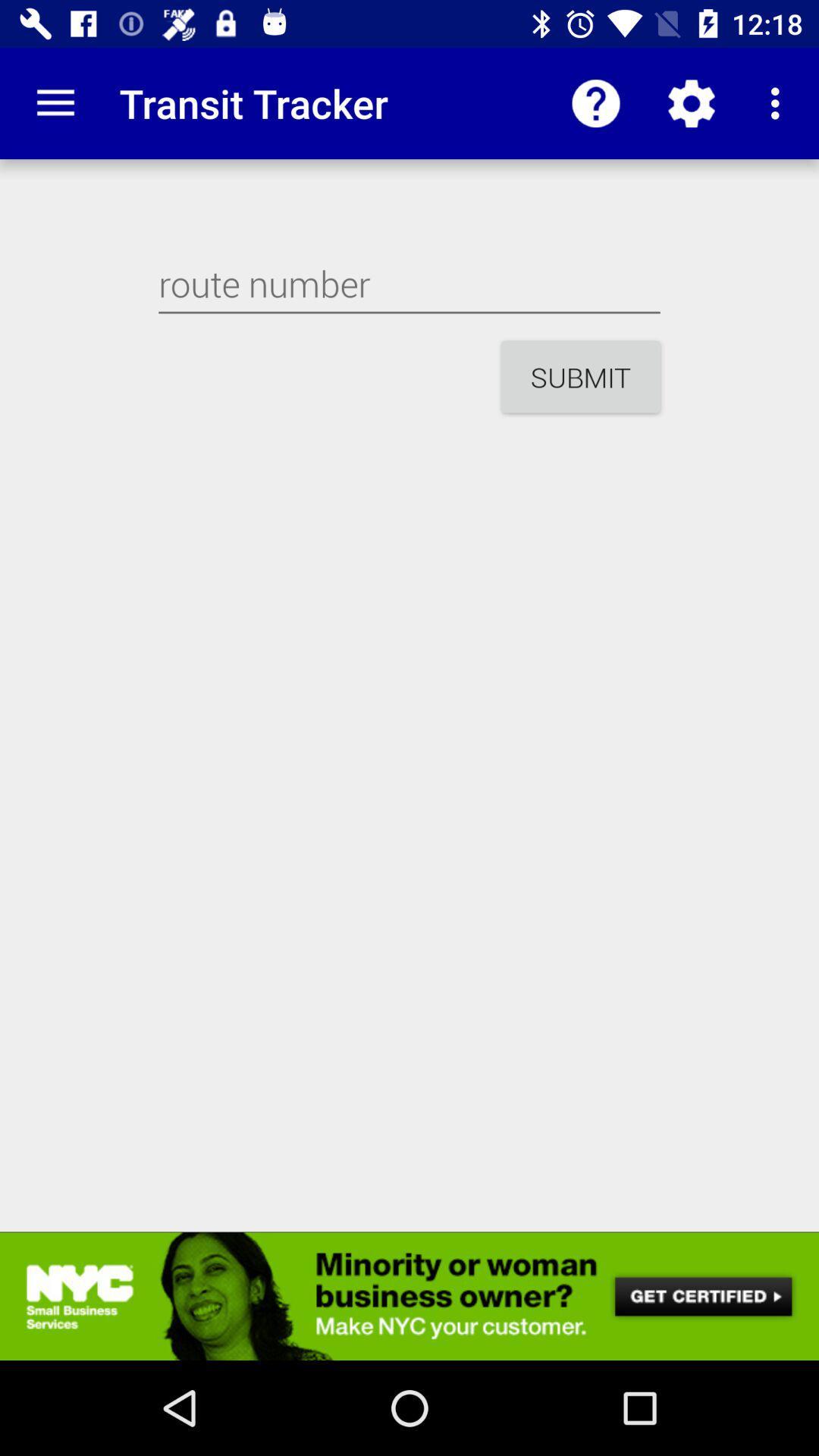 The width and height of the screenshot is (819, 1456). I want to click on routenumber, so click(409, 284).